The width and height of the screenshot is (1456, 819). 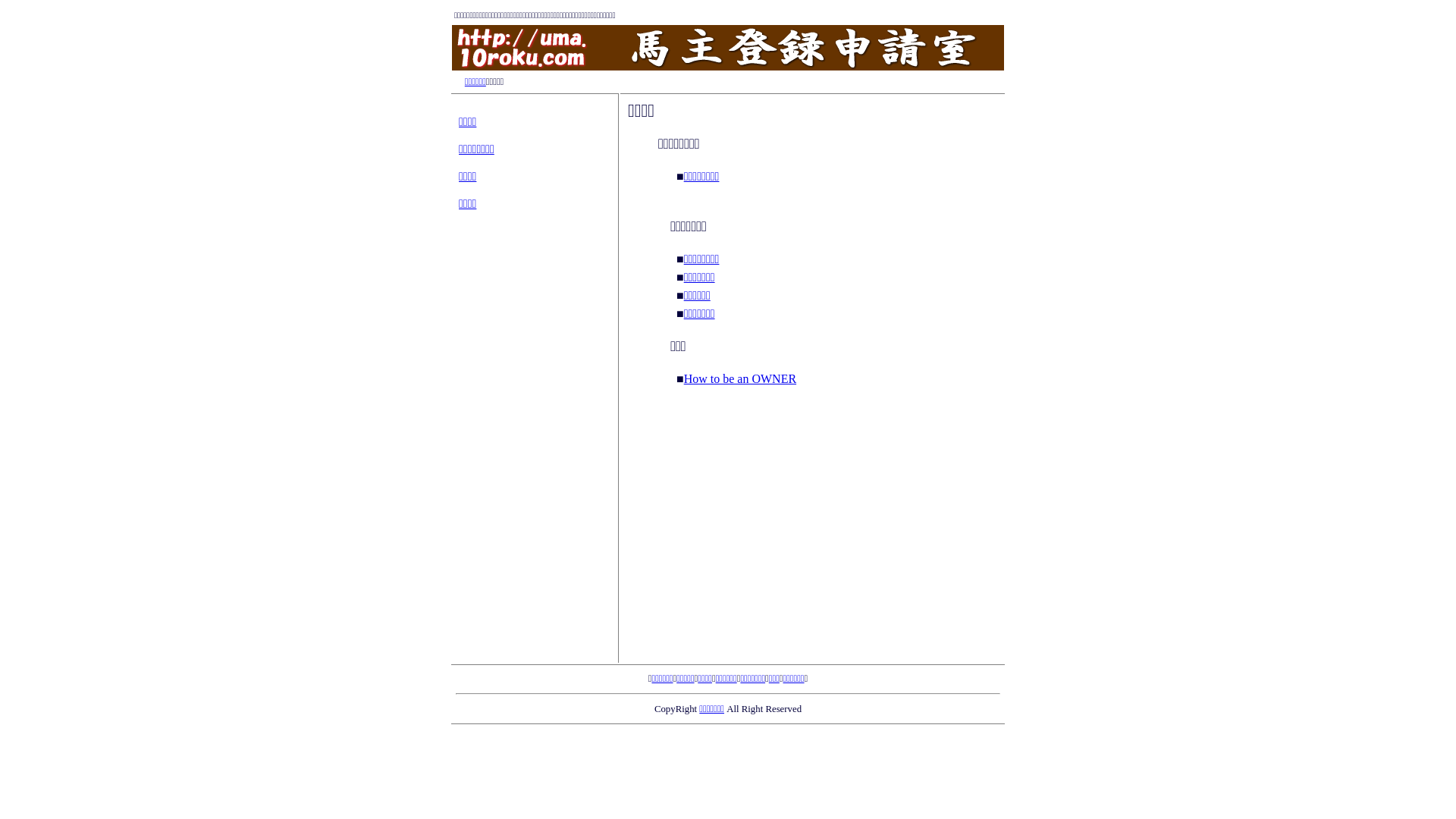 What do you see at coordinates (811, 529) in the screenshot?
I see `'Advertisement'` at bounding box center [811, 529].